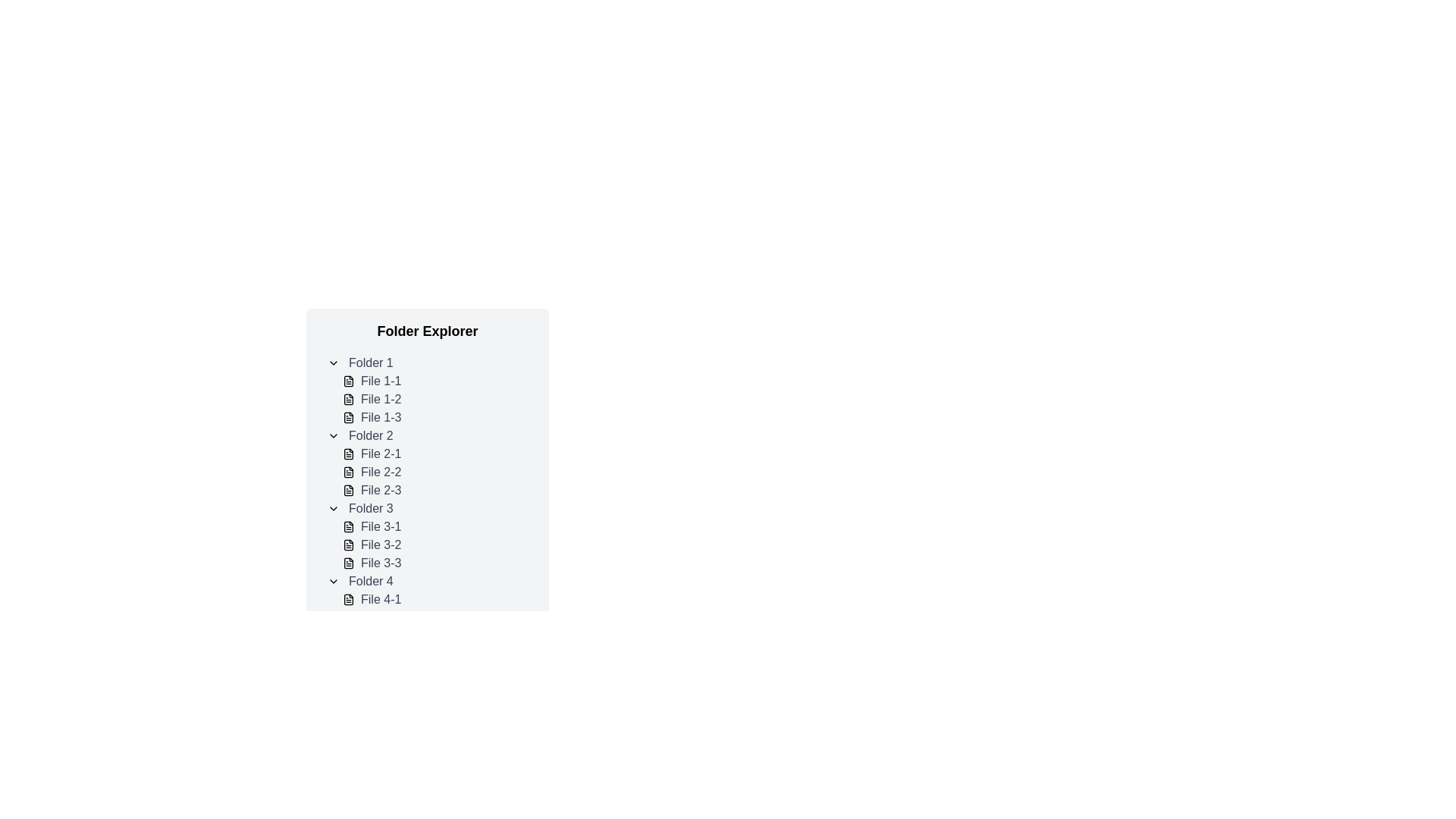  Describe the element at coordinates (381, 399) in the screenshot. I see `the text label representing 'File 1-2' within the collapsible tree structure under 'Folder 1'` at that location.